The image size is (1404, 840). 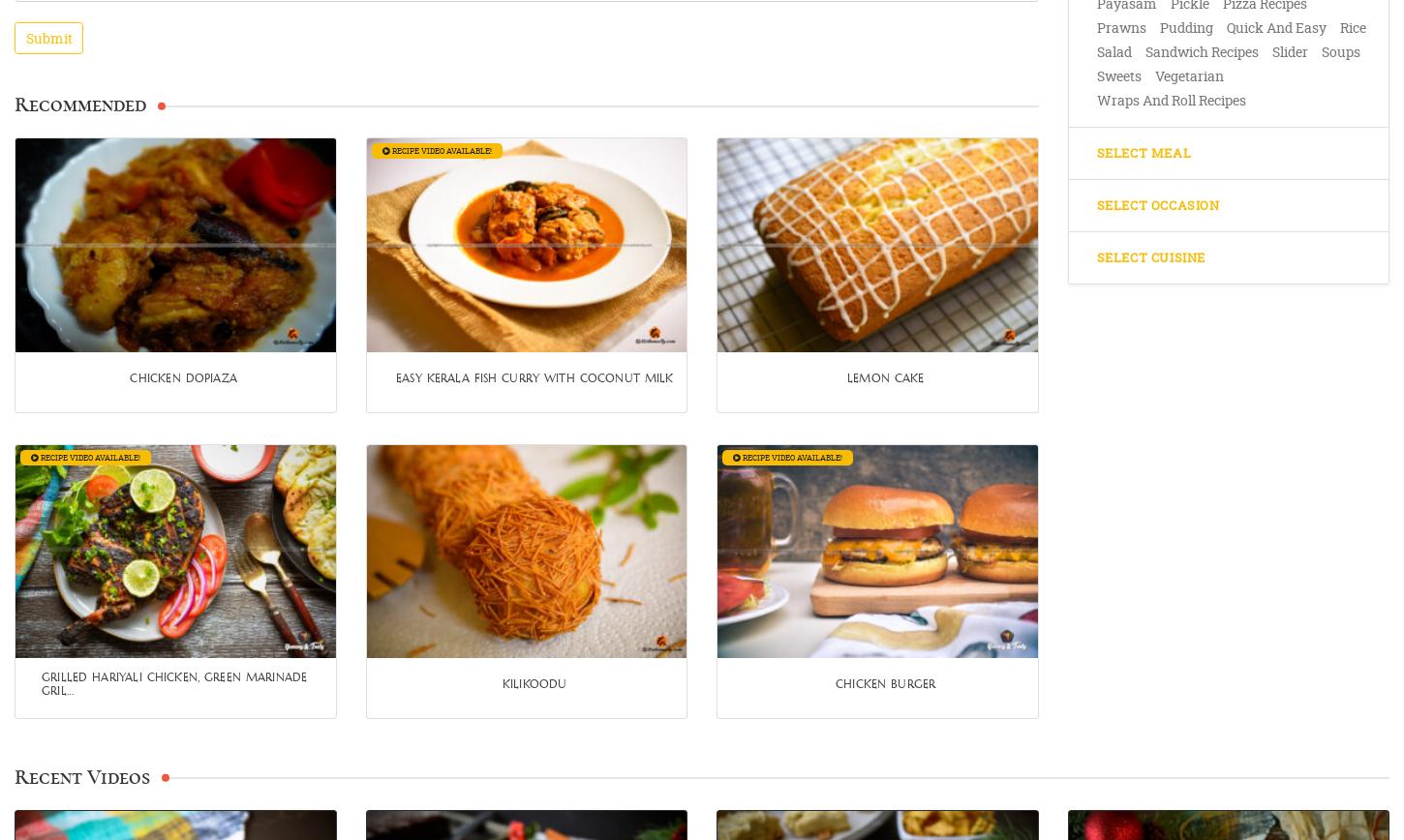 I want to click on 'Select Cuisine', so click(x=1148, y=257).